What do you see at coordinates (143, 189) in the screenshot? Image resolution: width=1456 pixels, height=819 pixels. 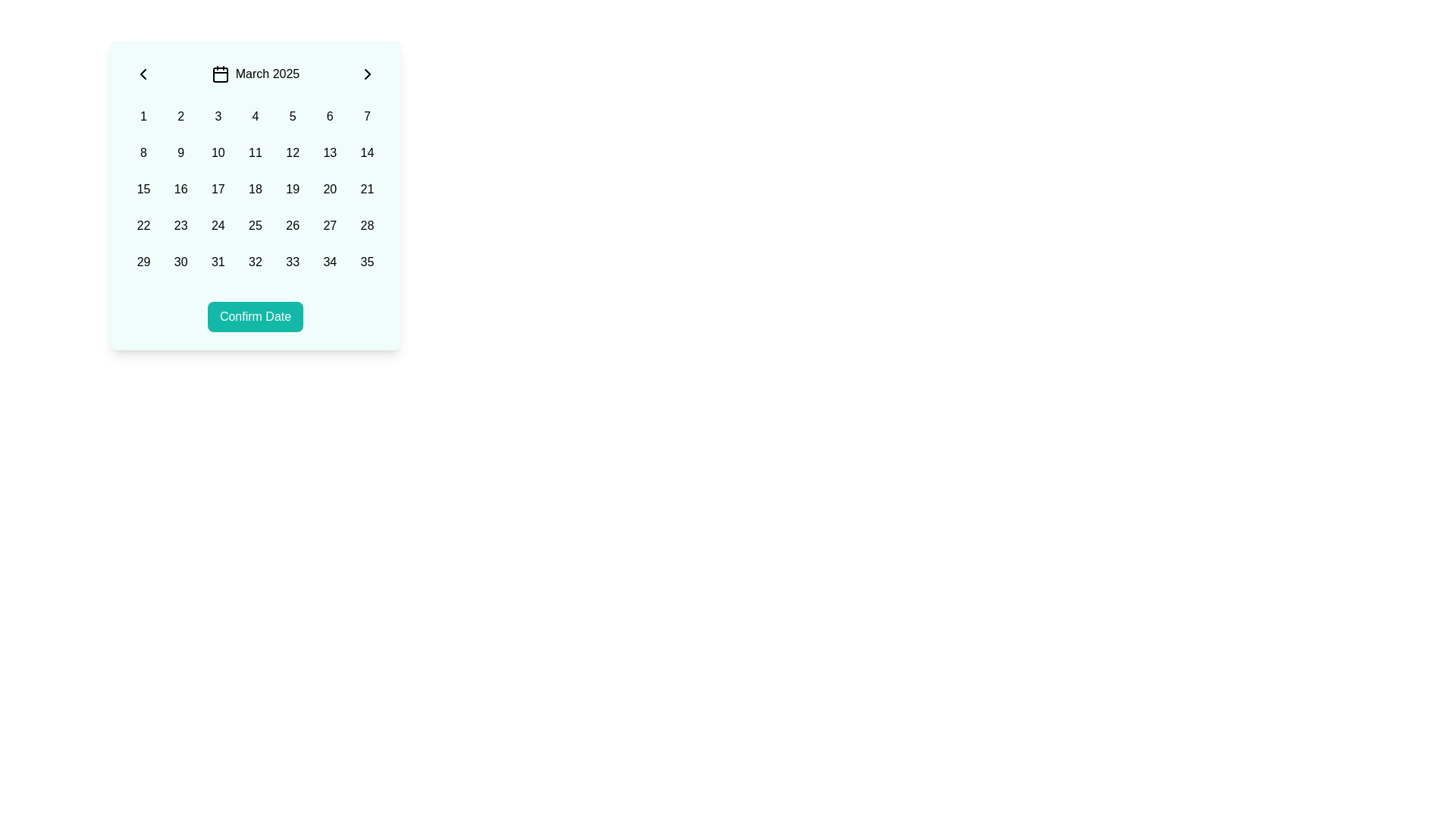 I see `the date button labeled '15' in the calendar interface` at bounding box center [143, 189].